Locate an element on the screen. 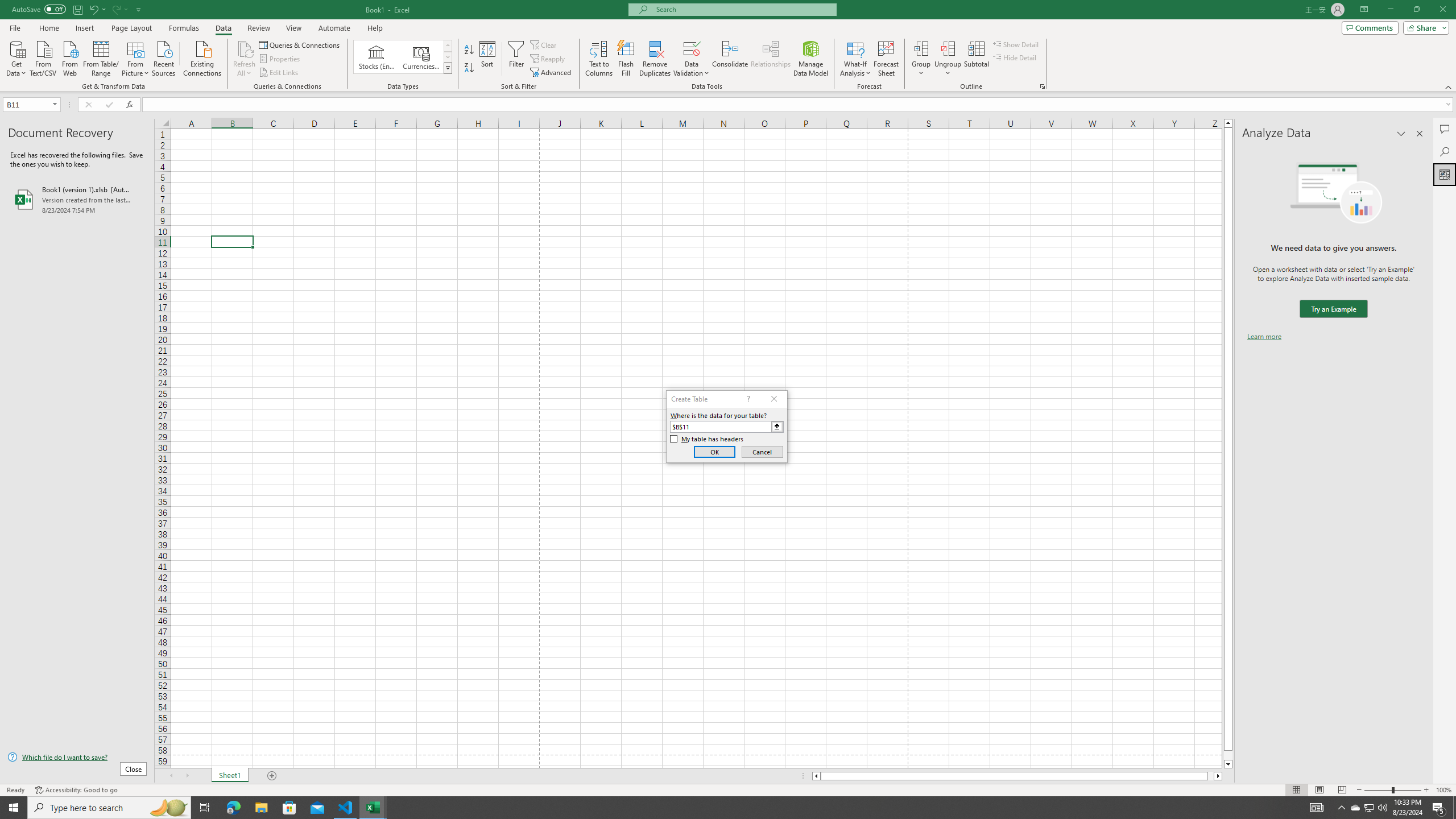 This screenshot has width=1456, height=819. 'Clear' is located at coordinates (544, 44).